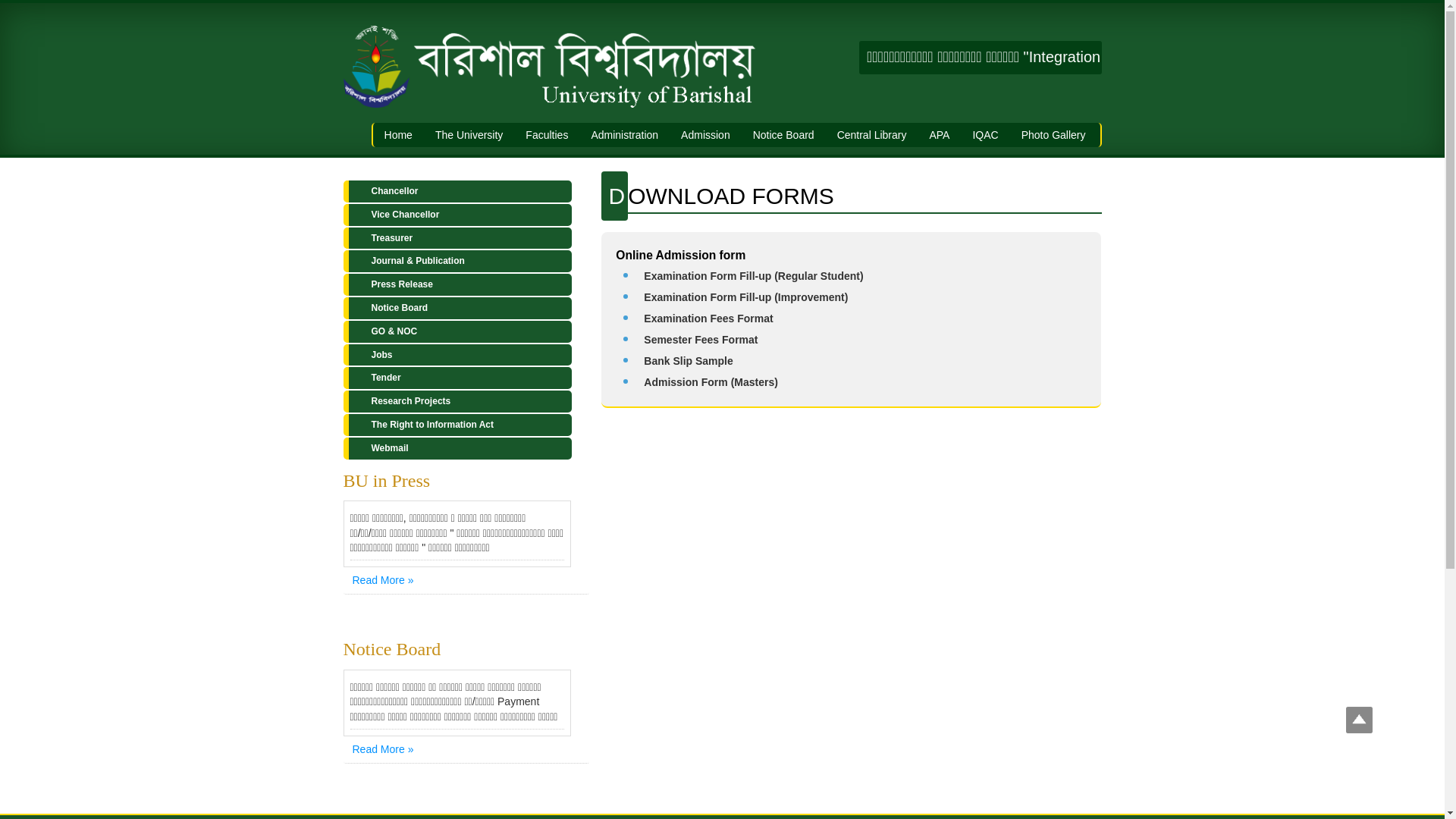 The height and width of the screenshot is (819, 1456). Describe the element at coordinates (708, 318) in the screenshot. I see `'Examination Fees Format'` at that location.